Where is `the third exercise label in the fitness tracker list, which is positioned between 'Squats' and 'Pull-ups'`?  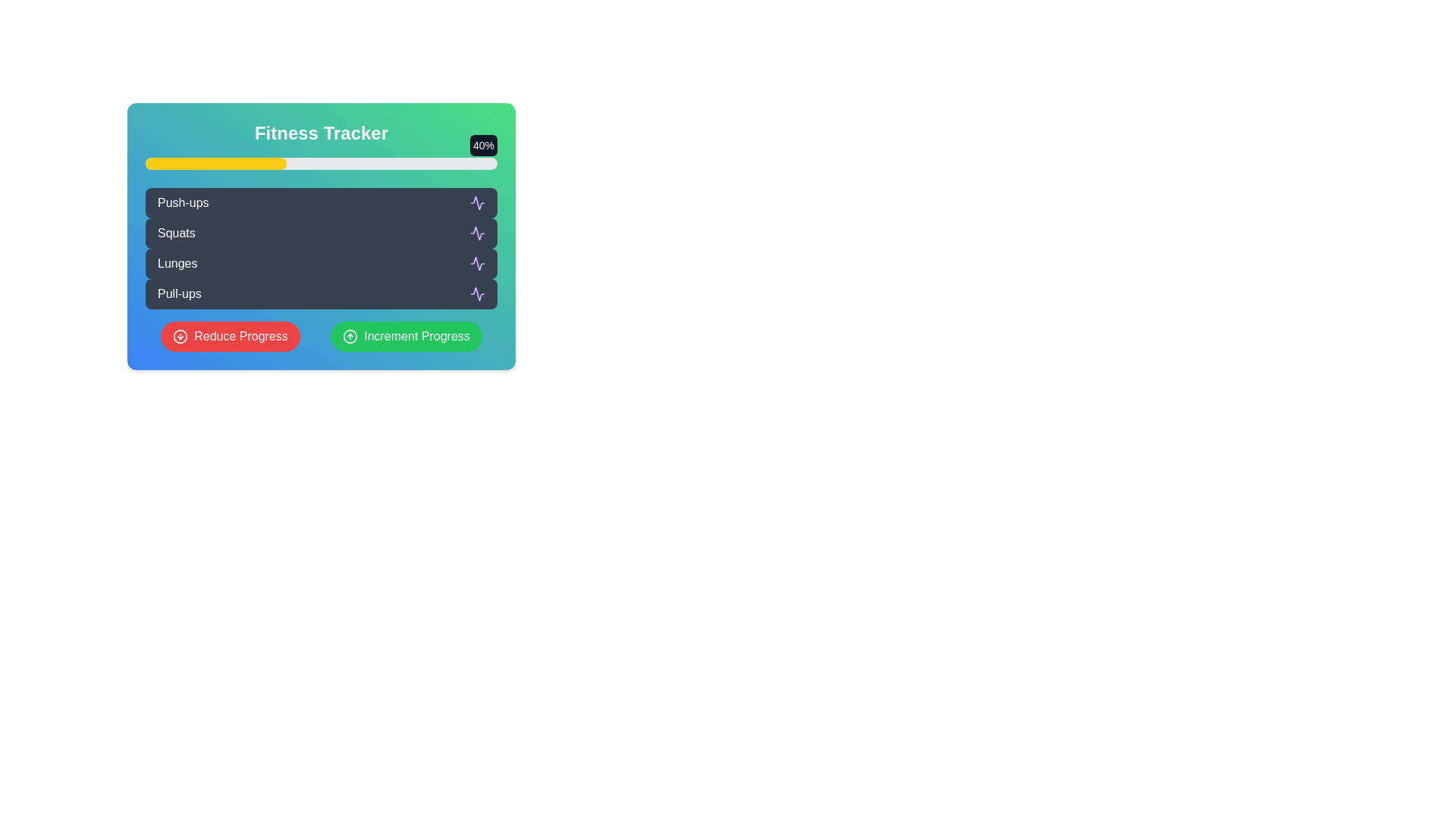
the third exercise label in the fitness tracker list, which is positioned between 'Squats' and 'Pull-ups' is located at coordinates (177, 262).